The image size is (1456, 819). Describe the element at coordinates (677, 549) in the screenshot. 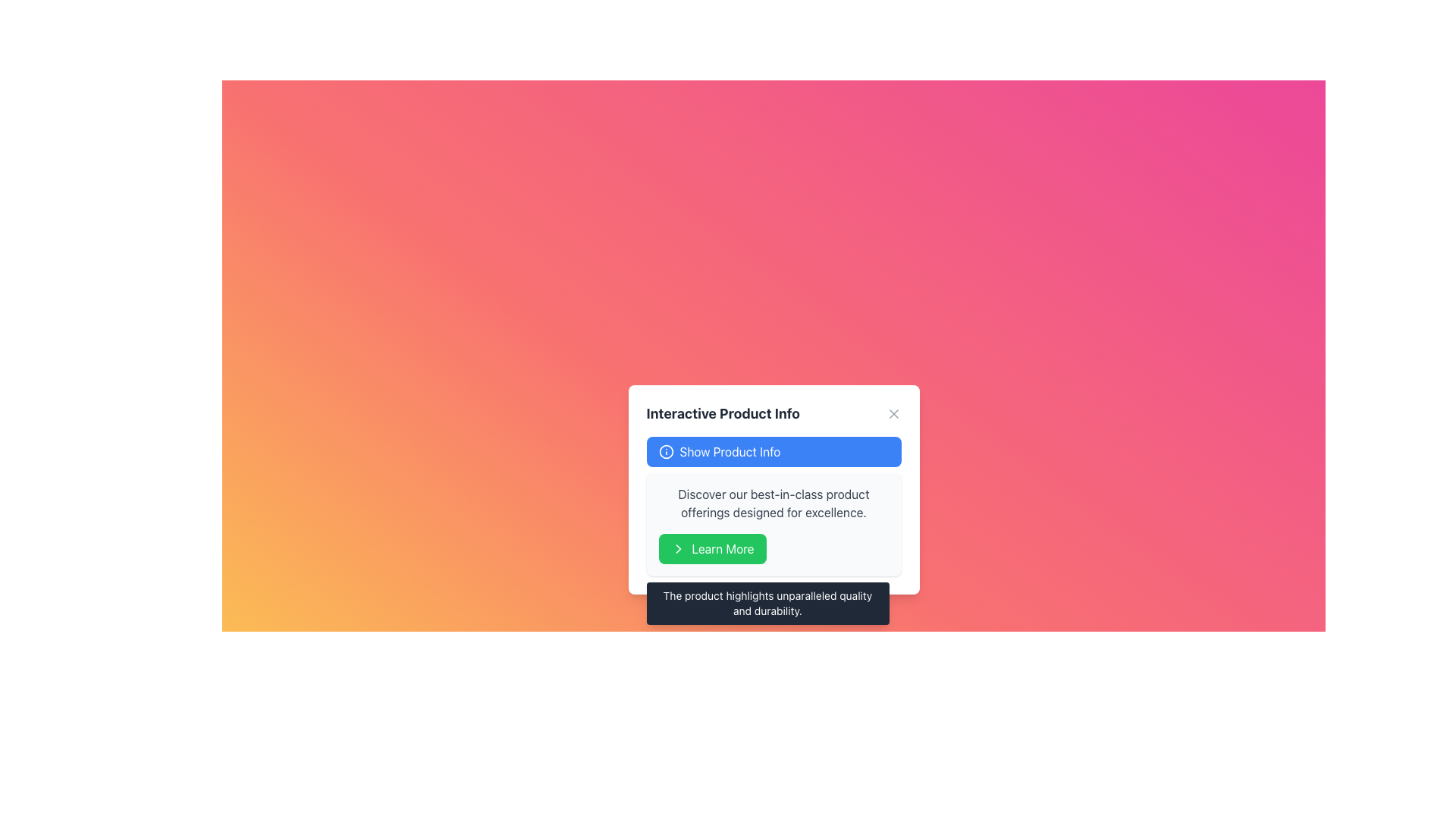

I see `the right-pointing chevron icon located inside the green 'Learn More' button` at that location.